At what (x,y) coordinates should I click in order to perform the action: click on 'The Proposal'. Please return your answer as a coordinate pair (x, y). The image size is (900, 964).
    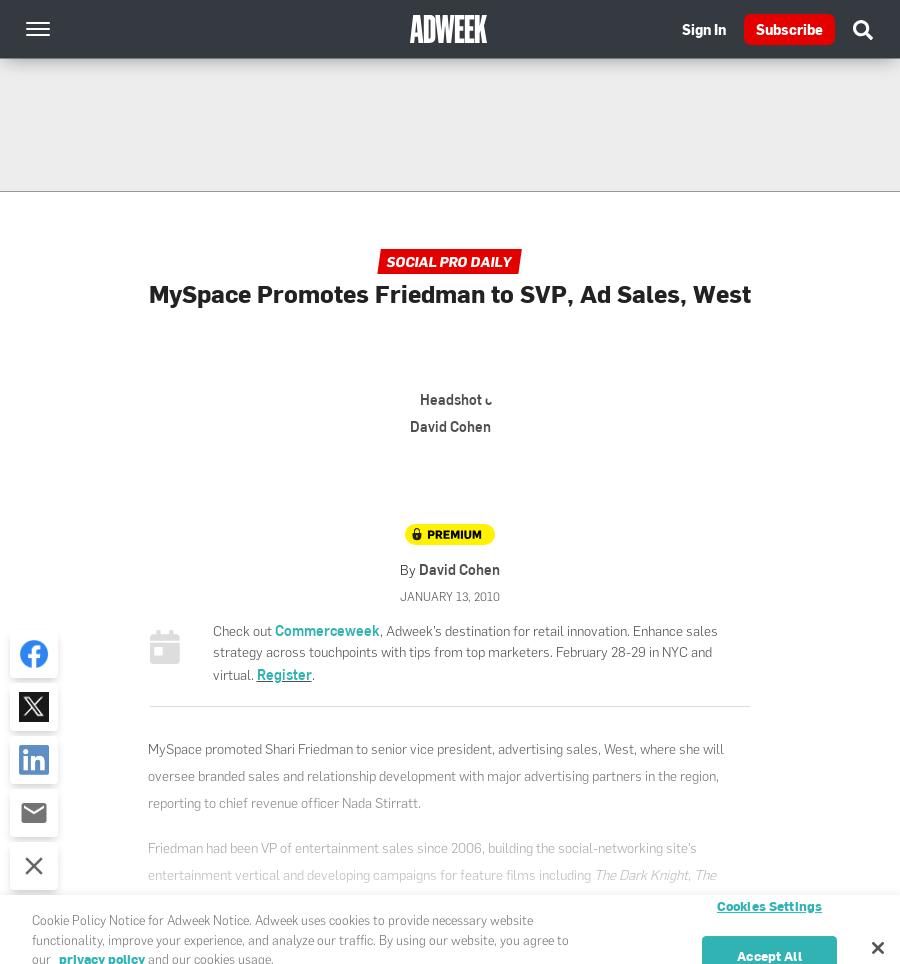
    Looking at the image, I should click on (432, 887).